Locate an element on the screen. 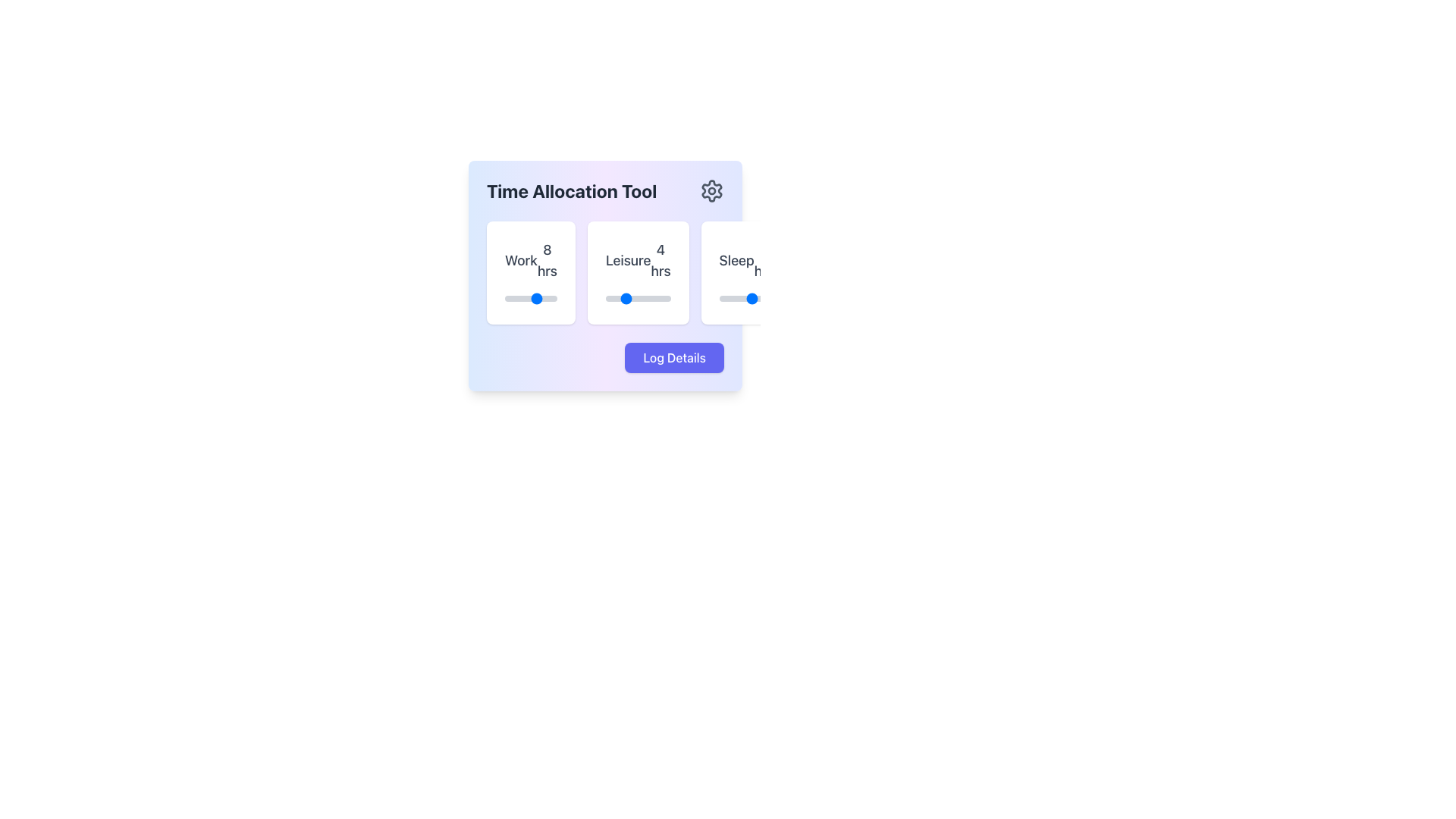 The width and height of the screenshot is (1456, 819). the rightmost card in the group of text elements that details sleep allocation is located at coordinates (746, 259).